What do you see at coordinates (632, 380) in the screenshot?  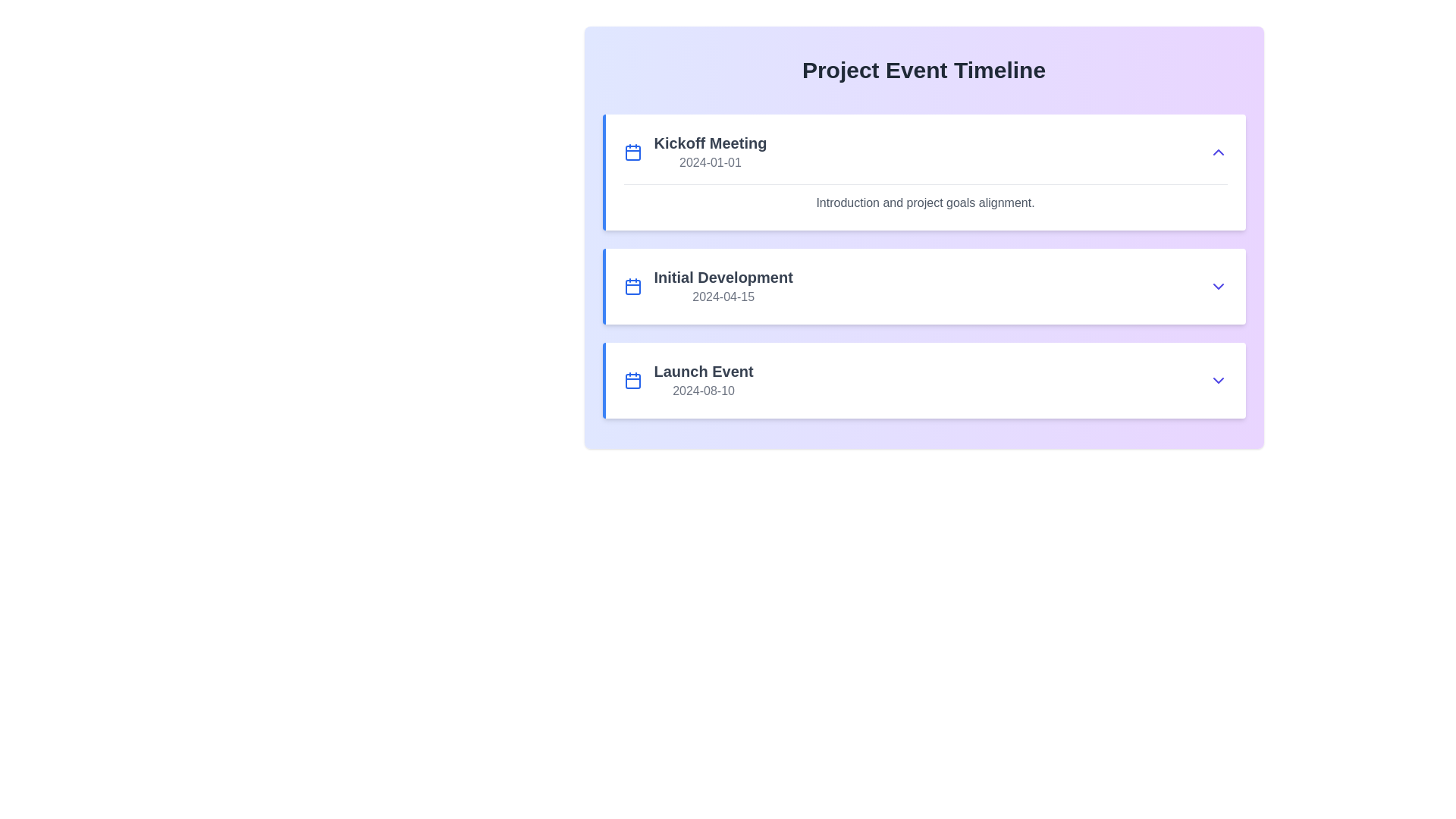 I see `the calendar icon representing the 'Launch Event' entry` at bounding box center [632, 380].